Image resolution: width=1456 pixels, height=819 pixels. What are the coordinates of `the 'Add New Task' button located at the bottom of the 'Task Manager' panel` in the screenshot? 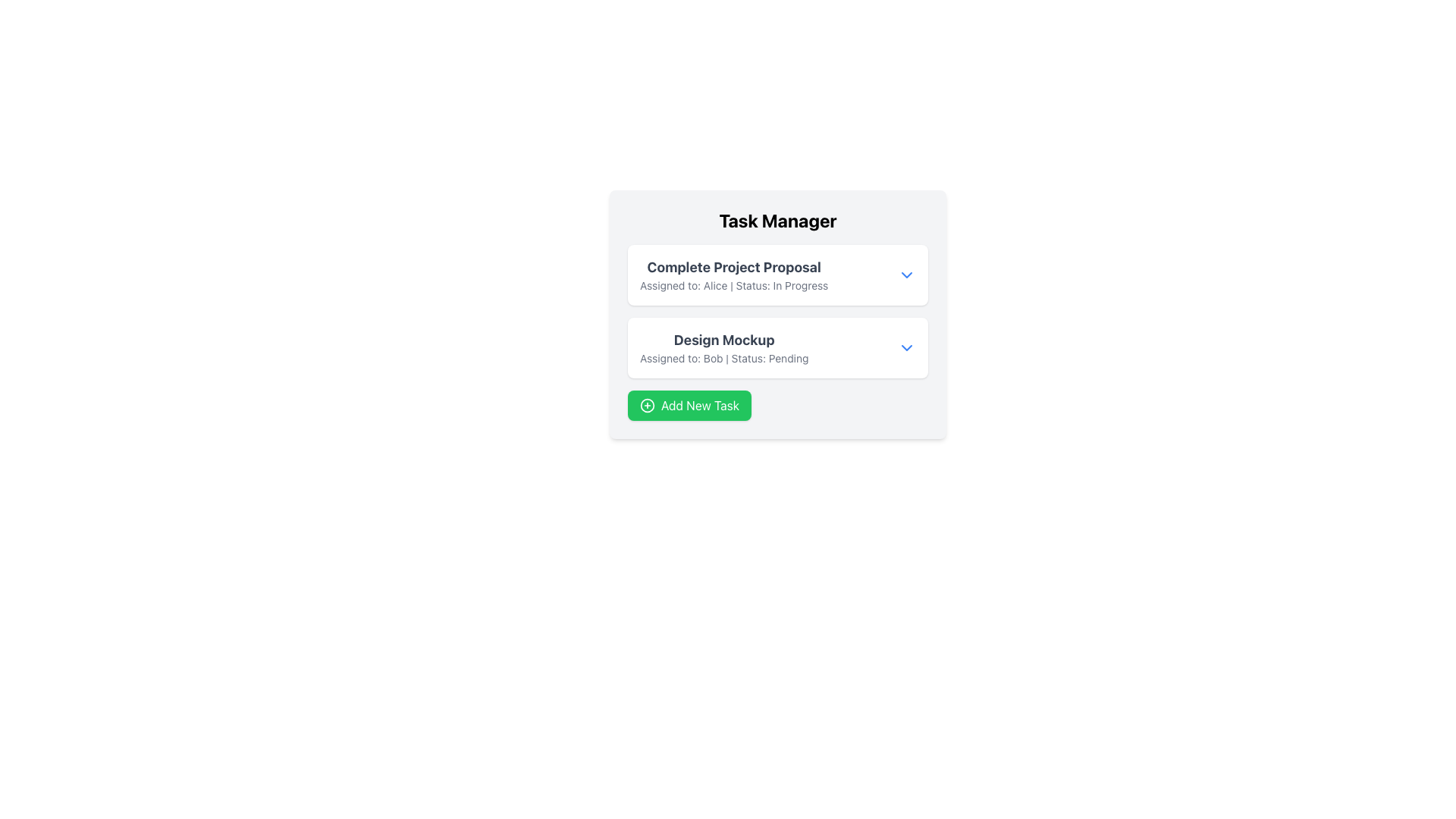 It's located at (778, 405).